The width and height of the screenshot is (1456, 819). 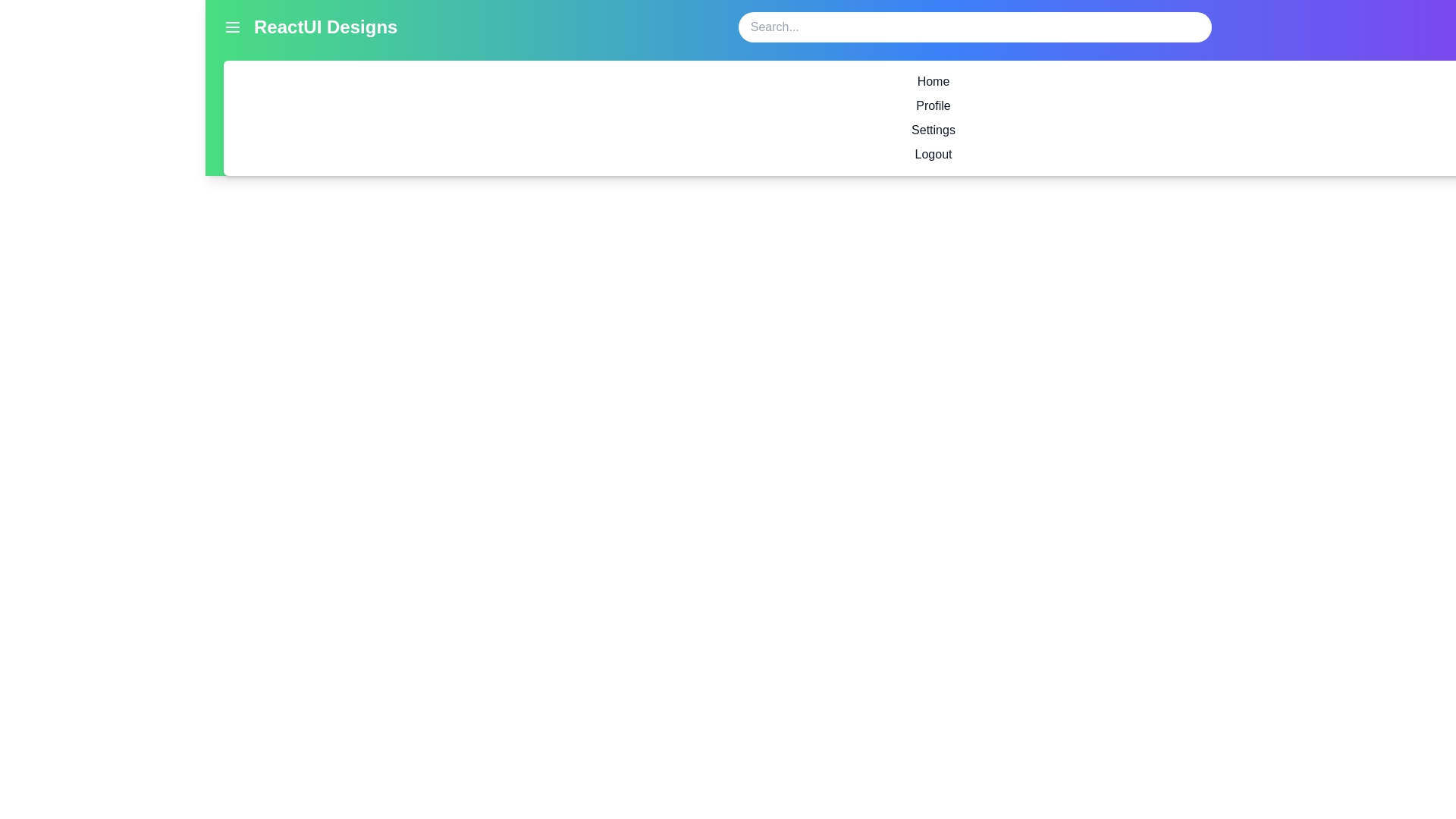 What do you see at coordinates (932, 105) in the screenshot?
I see `the menu item Profile from the dropdown` at bounding box center [932, 105].